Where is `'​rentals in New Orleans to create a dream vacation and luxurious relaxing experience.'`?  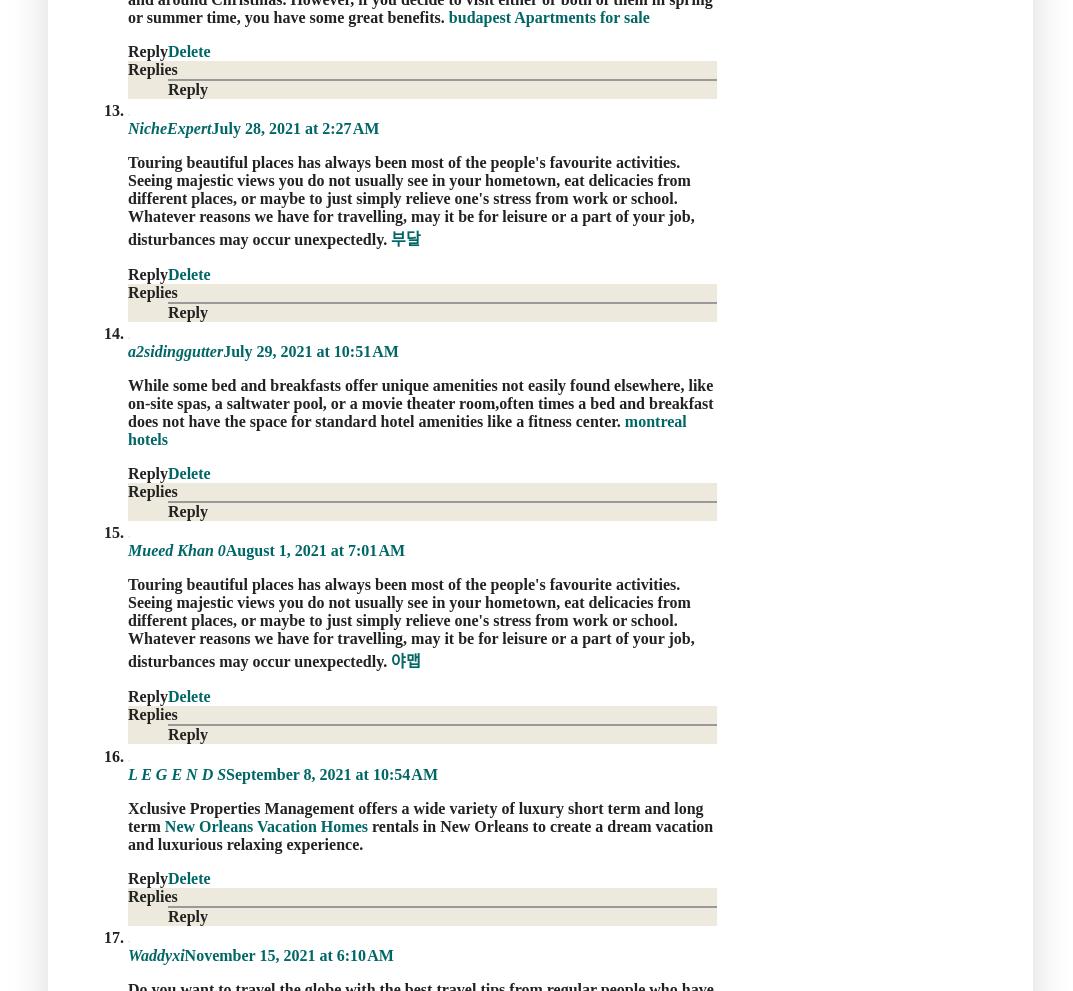
'​rentals in New Orleans to create a dream vacation and luxurious relaxing experience.' is located at coordinates (420, 833).